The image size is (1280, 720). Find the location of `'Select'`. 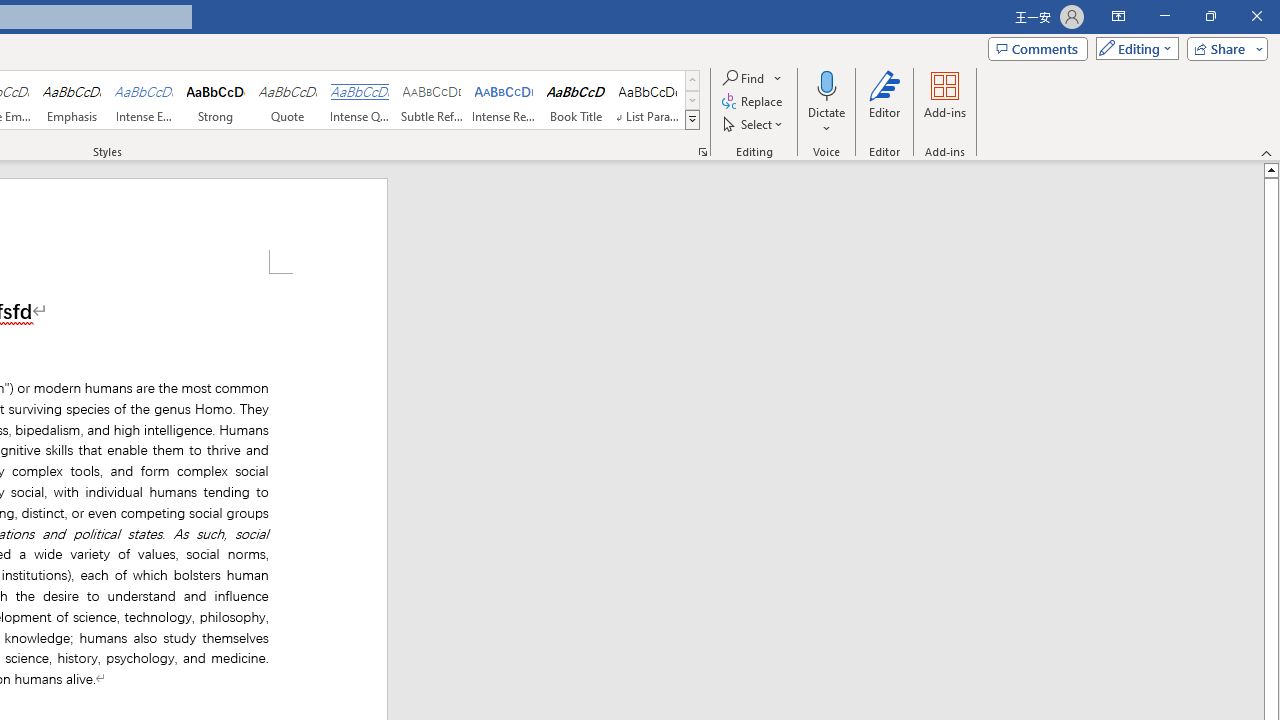

'Select' is located at coordinates (753, 124).